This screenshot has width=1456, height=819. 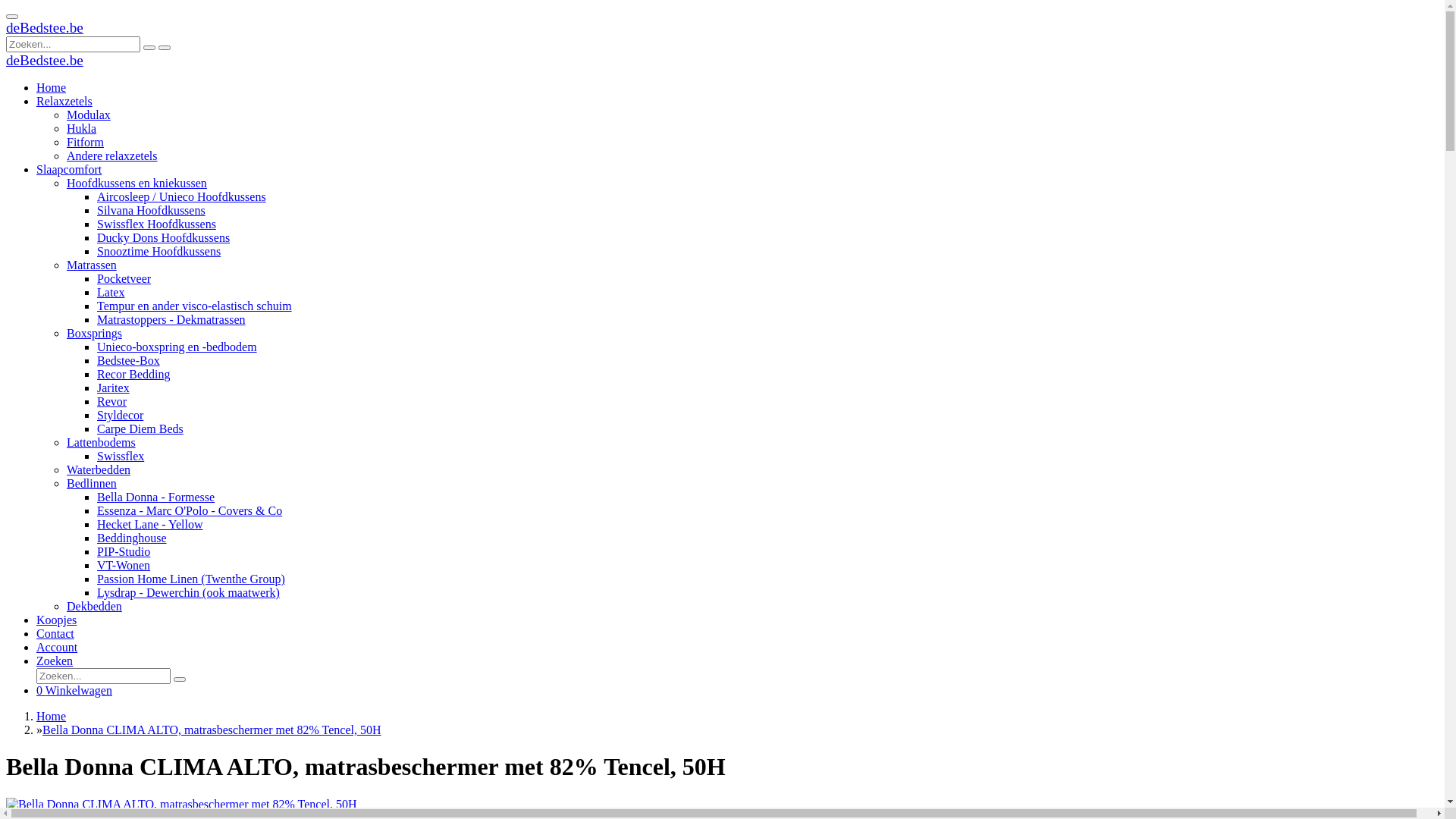 What do you see at coordinates (65, 483) in the screenshot?
I see `'Bedlinnen'` at bounding box center [65, 483].